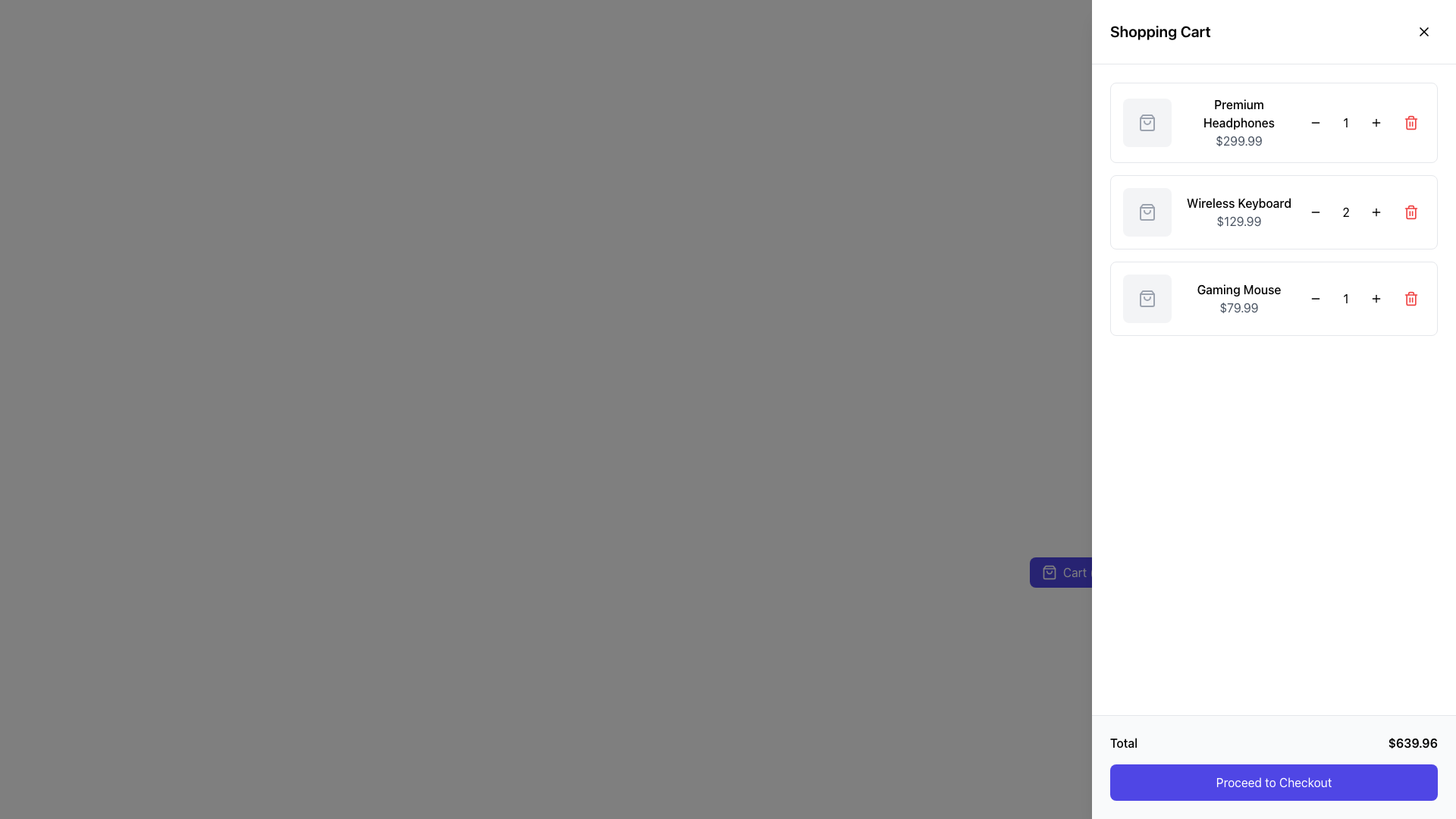 The height and width of the screenshot is (819, 1456). I want to click on the minus icon to decrease the quantity in the shopping cart for the 'Wireless Keyboard' item, so click(1314, 212).